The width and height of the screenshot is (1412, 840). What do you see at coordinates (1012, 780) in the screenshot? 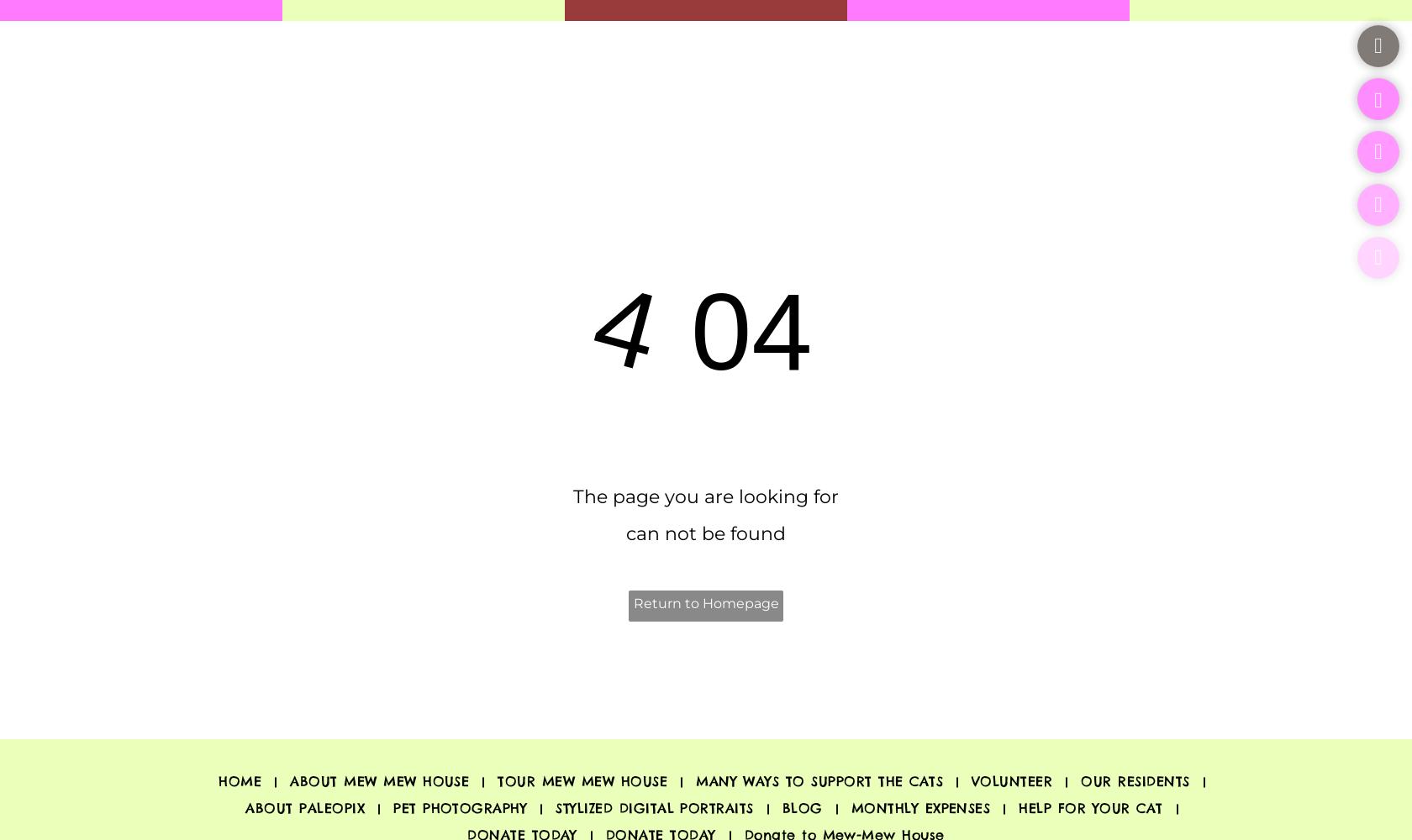
I see `'VOLUNTEER'` at bounding box center [1012, 780].